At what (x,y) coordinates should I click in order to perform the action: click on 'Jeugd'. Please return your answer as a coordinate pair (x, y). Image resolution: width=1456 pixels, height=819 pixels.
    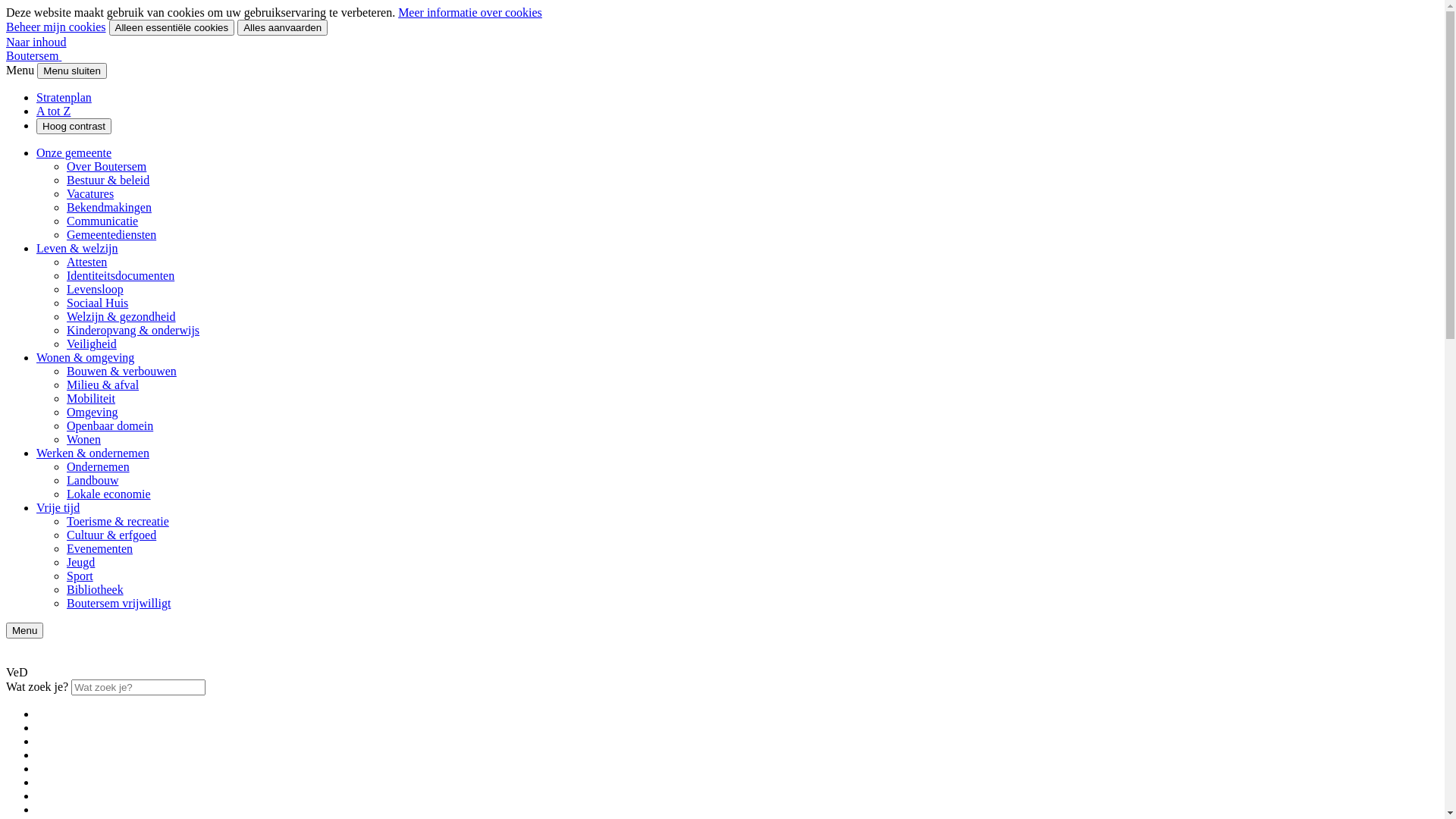
    Looking at the image, I should click on (80, 562).